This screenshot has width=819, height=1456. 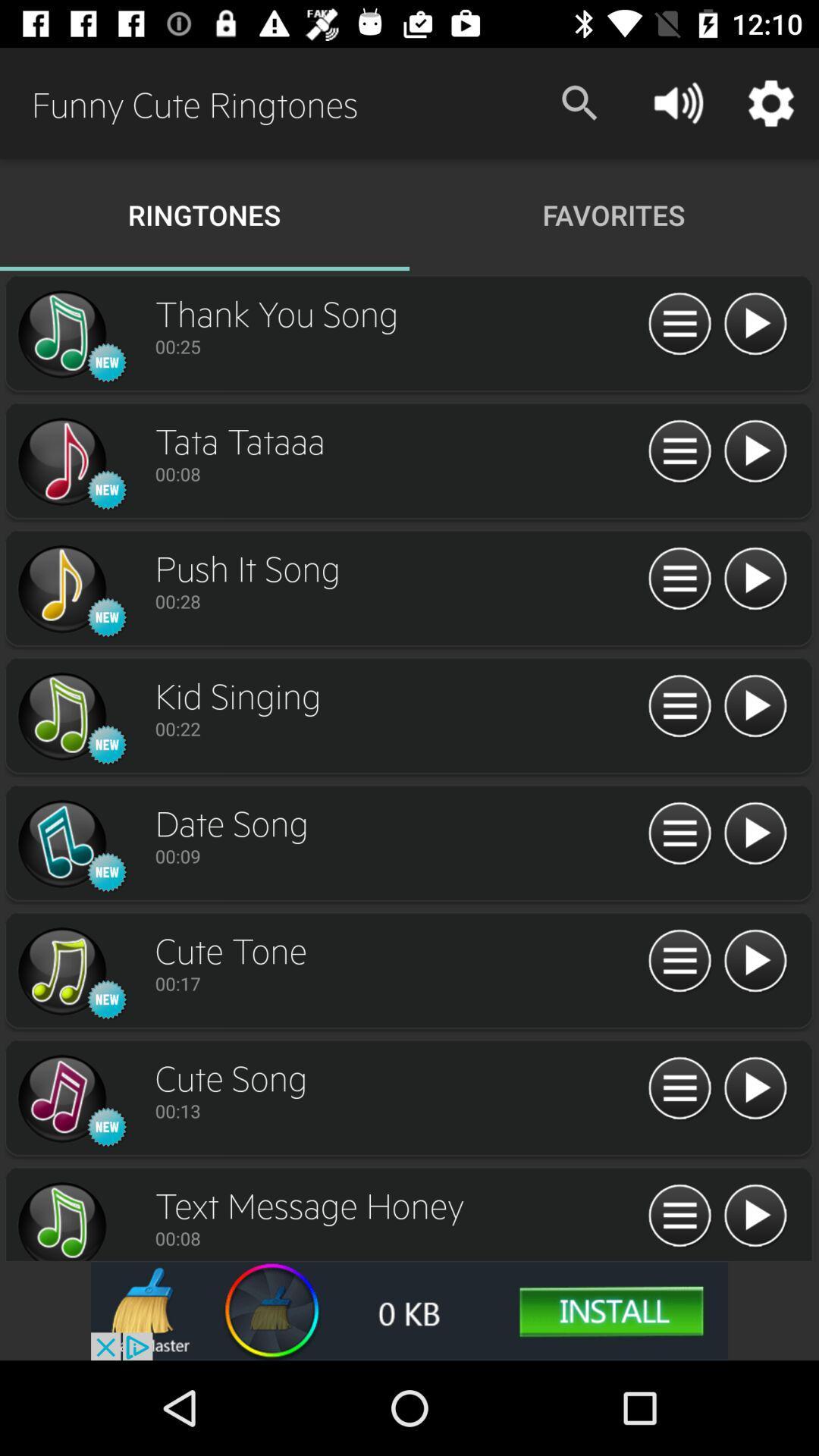 What do you see at coordinates (755, 1088) in the screenshot?
I see `song` at bounding box center [755, 1088].